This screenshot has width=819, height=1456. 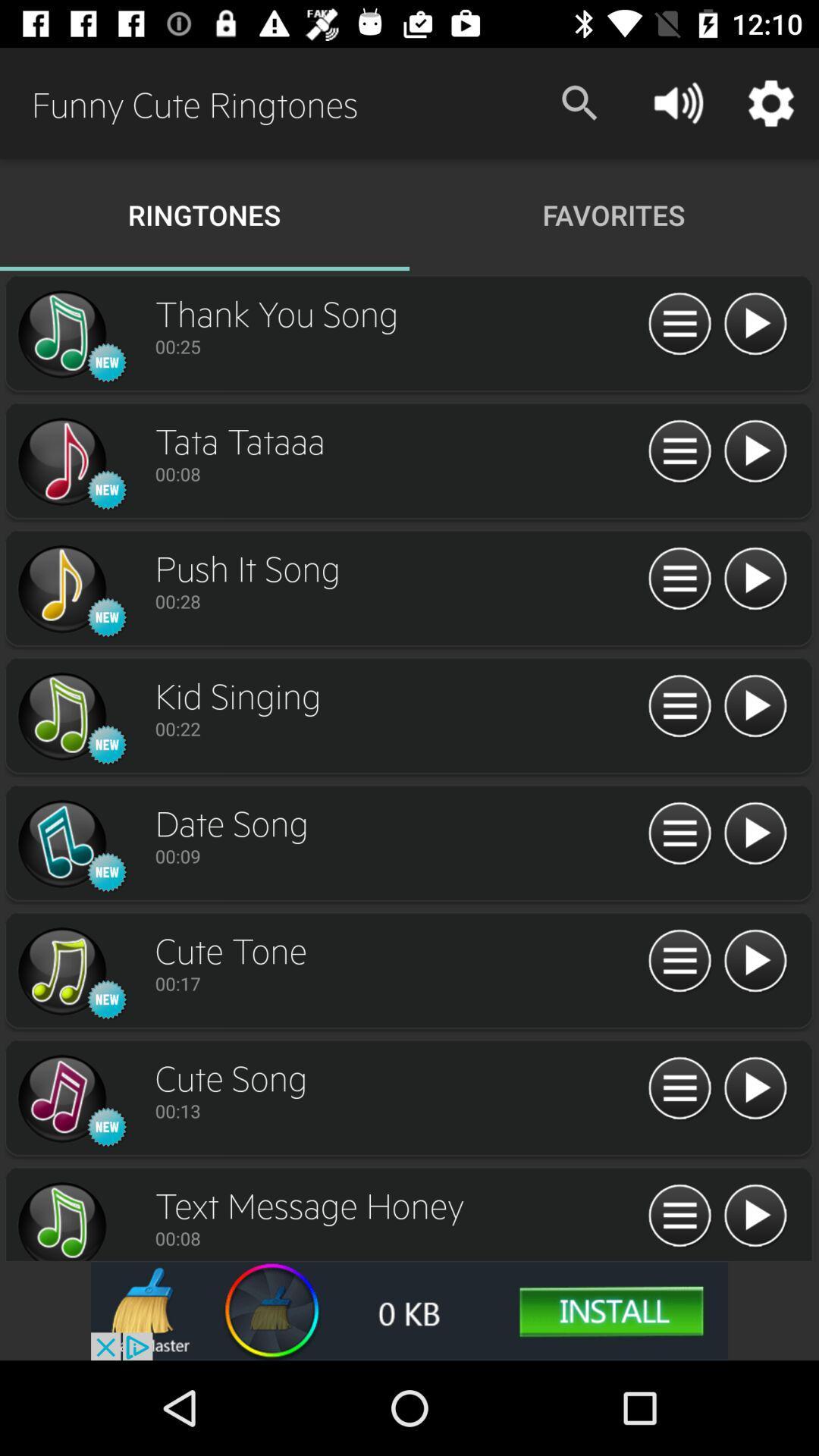 What do you see at coordinates (755, 1088) in the screenshot?
I see `song` at bounding box center [755, 1088].